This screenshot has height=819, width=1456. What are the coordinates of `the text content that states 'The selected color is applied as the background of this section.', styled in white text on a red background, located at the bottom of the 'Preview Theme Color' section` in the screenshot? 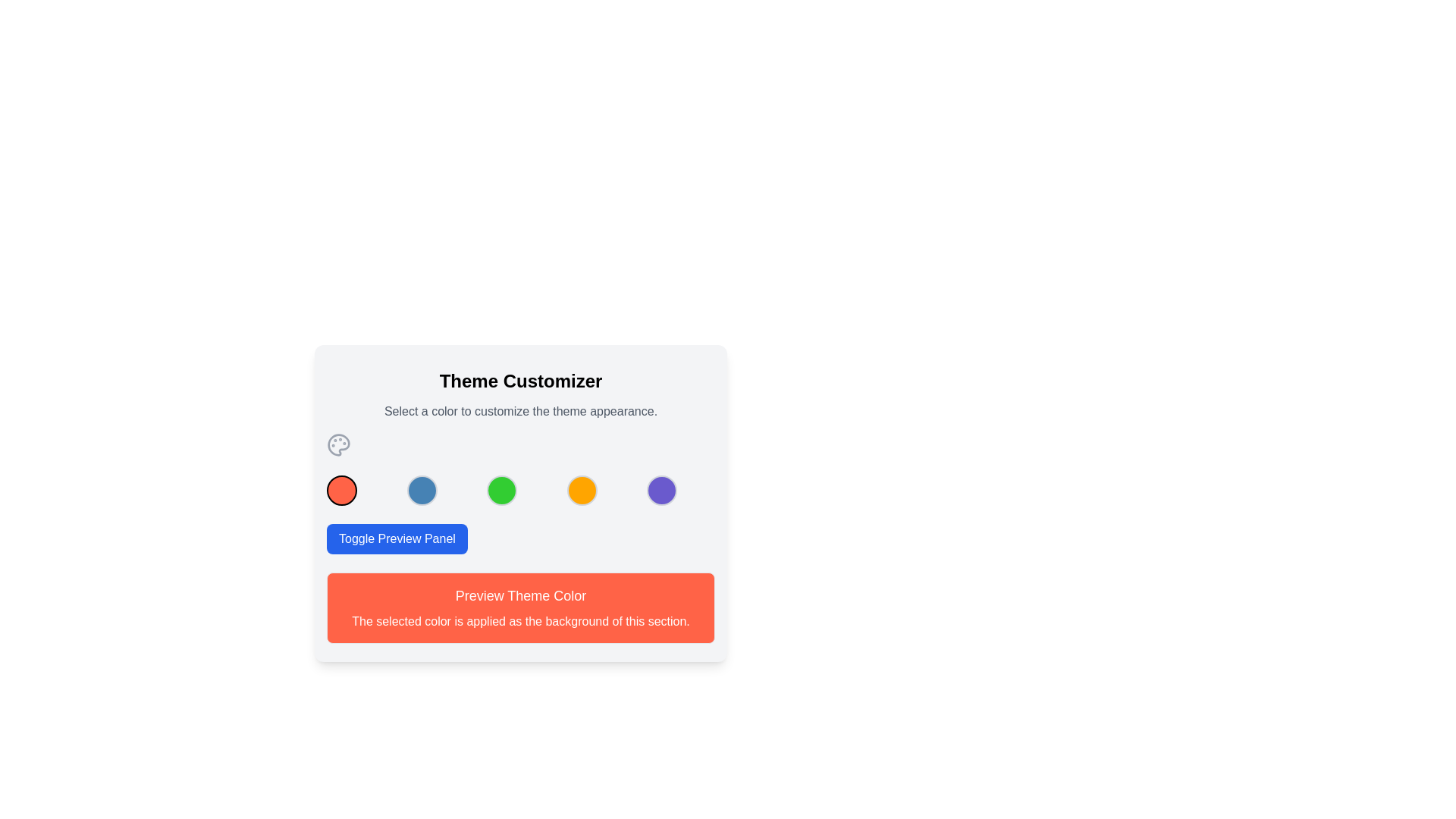 It's located at (520, 622).